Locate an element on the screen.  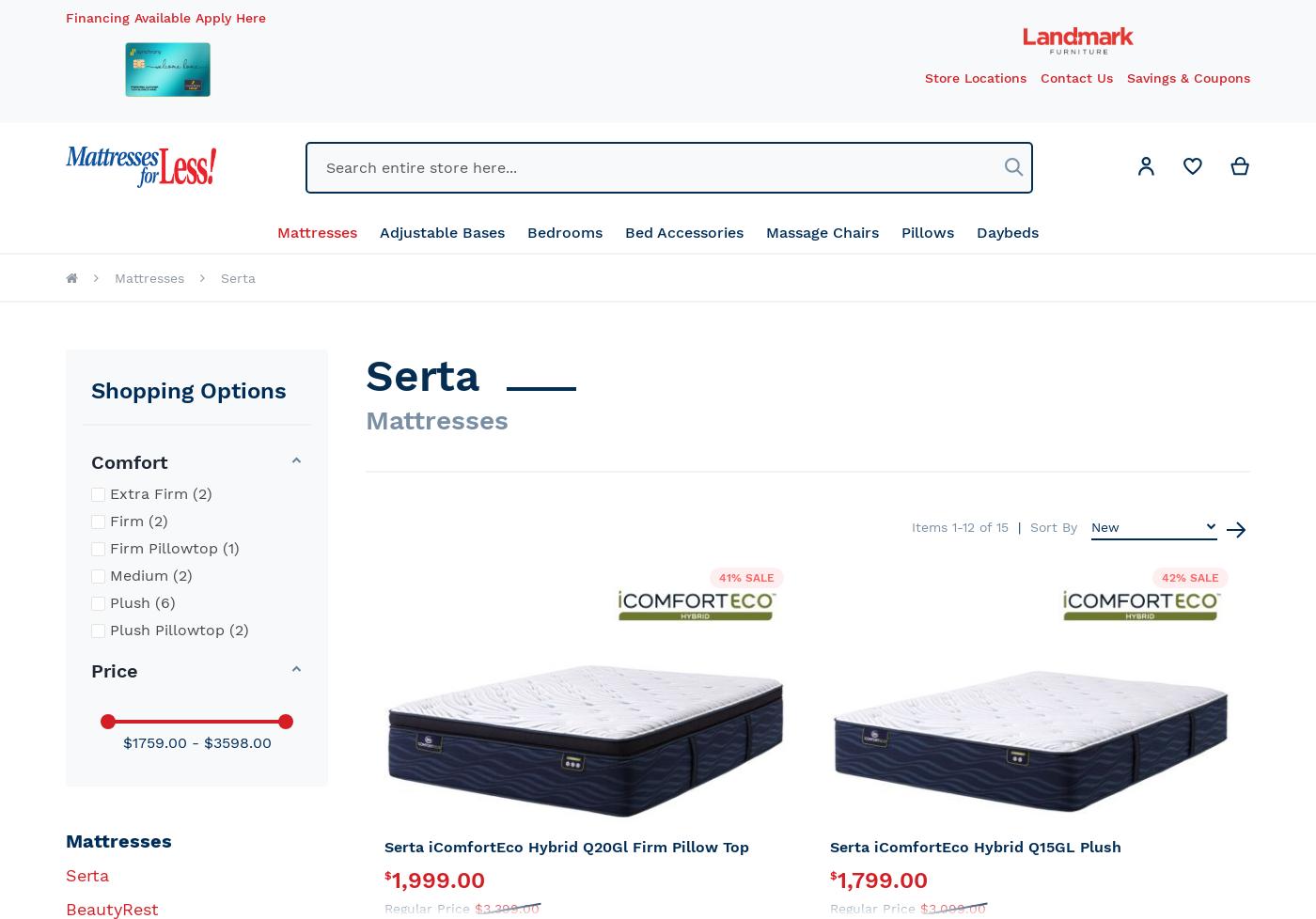
'Plush' is located at coordinates (130, 602).